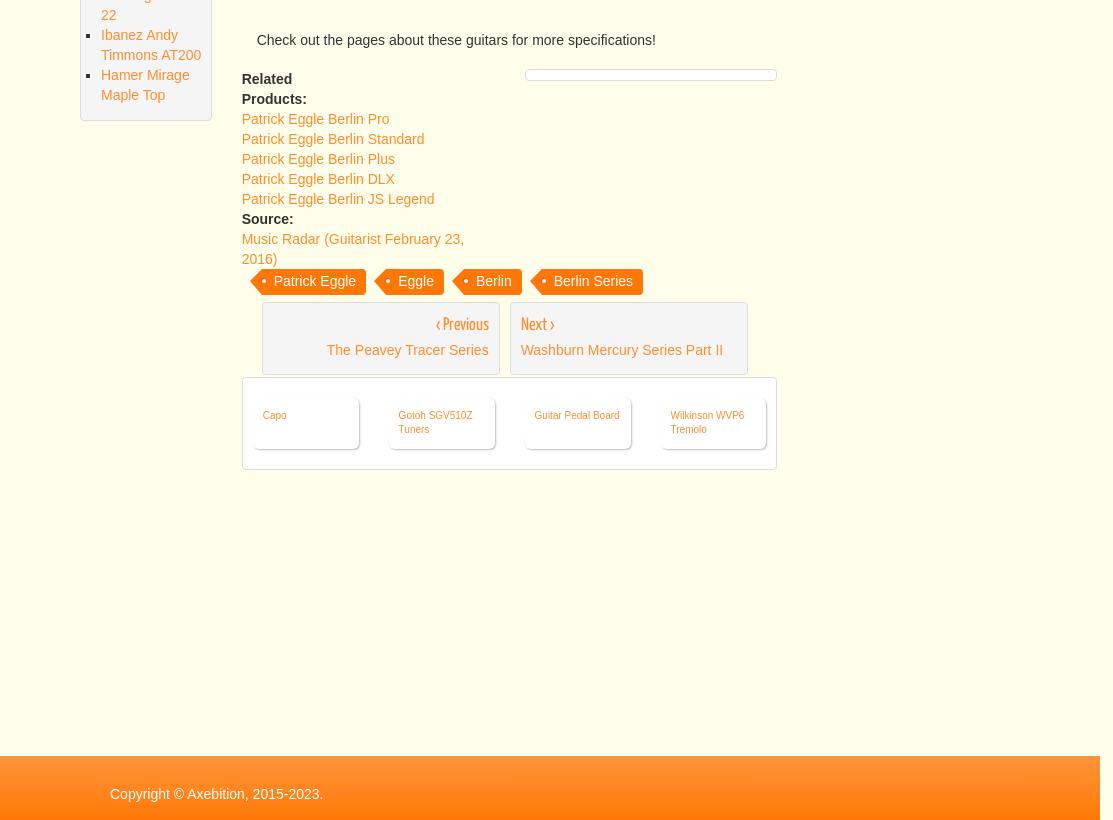  I want to click on 'To top it all off there was the Patrick Eggle Berlin JS Legend, which was designed with "Big Jim" Sullivan. This guitar also featured a maple body like the DLX and had Maple leaf inlays plus the number of the guitar on the 24th fre . The humbuckers are active', so click(507, 235).